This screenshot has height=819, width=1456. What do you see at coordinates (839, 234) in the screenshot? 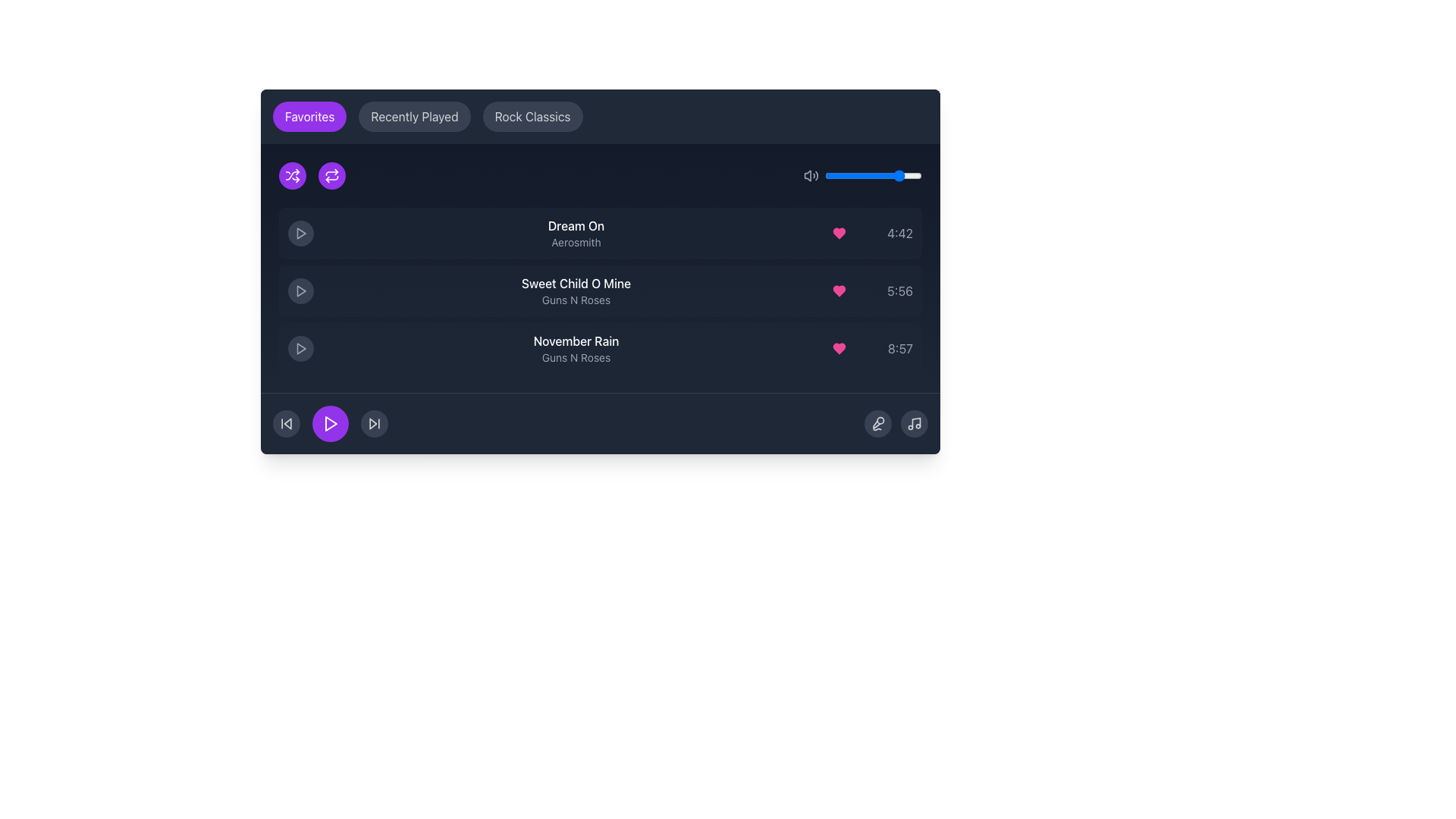
I see `the favorite button located near the right edge of the first song row ('Dream On') in the song list` at bounding box center [839, 234].